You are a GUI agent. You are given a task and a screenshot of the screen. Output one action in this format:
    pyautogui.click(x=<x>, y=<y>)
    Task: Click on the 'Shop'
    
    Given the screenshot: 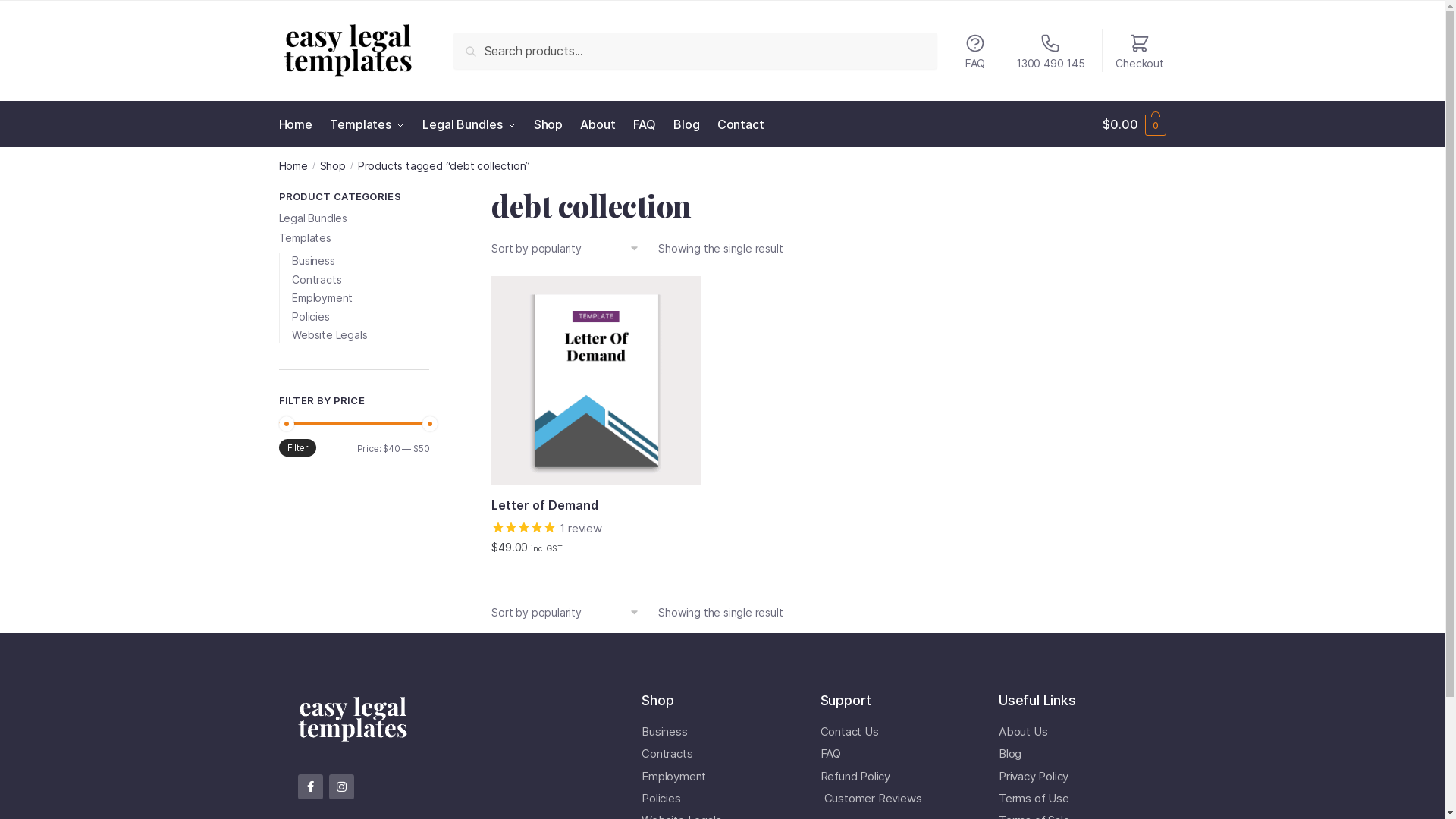 What is the action you would take?
    pyautogui.click(x=657, y=700)
    